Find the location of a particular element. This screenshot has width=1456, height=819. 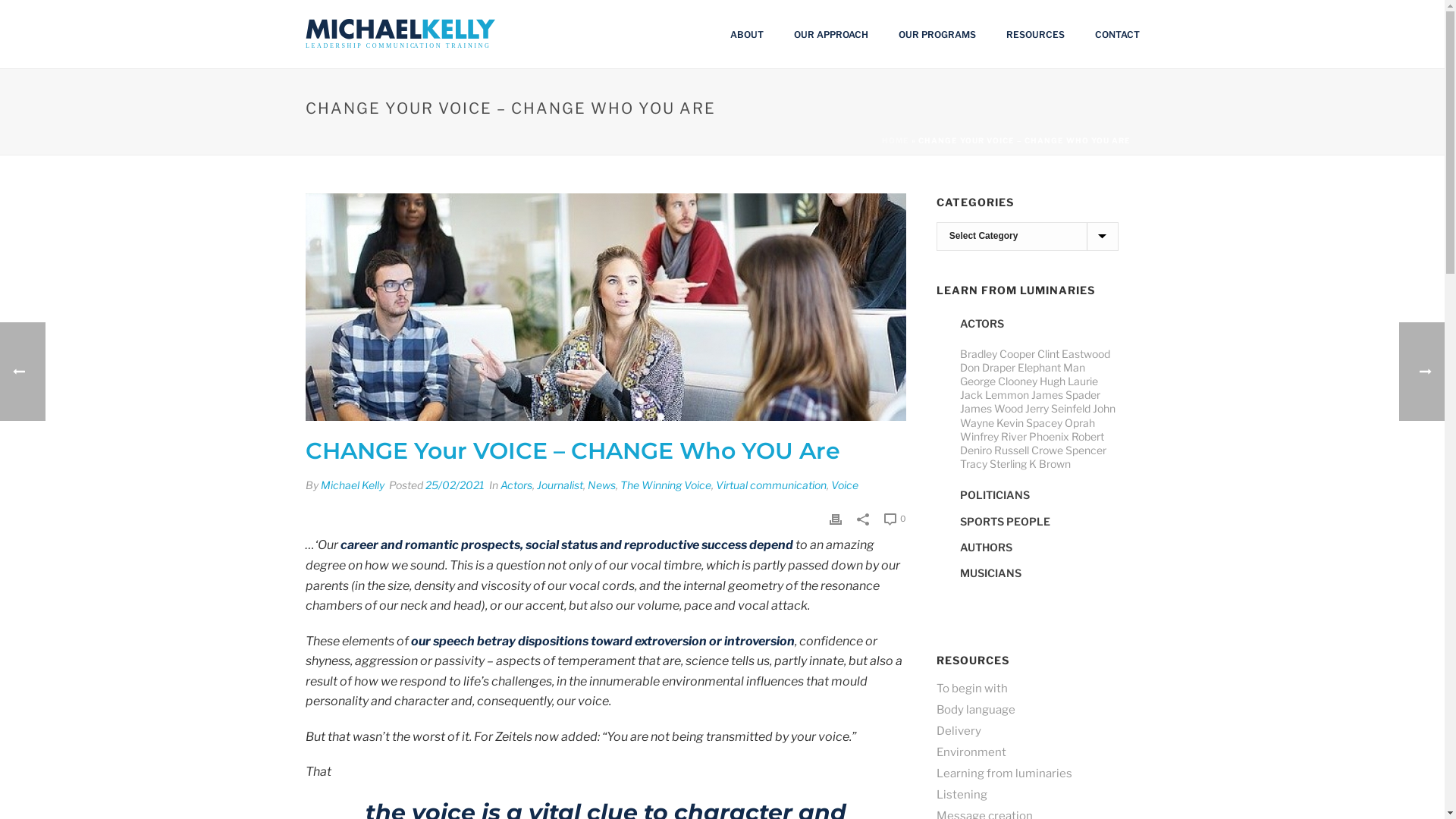

'James Wood' is located at coordinates (991, 407).